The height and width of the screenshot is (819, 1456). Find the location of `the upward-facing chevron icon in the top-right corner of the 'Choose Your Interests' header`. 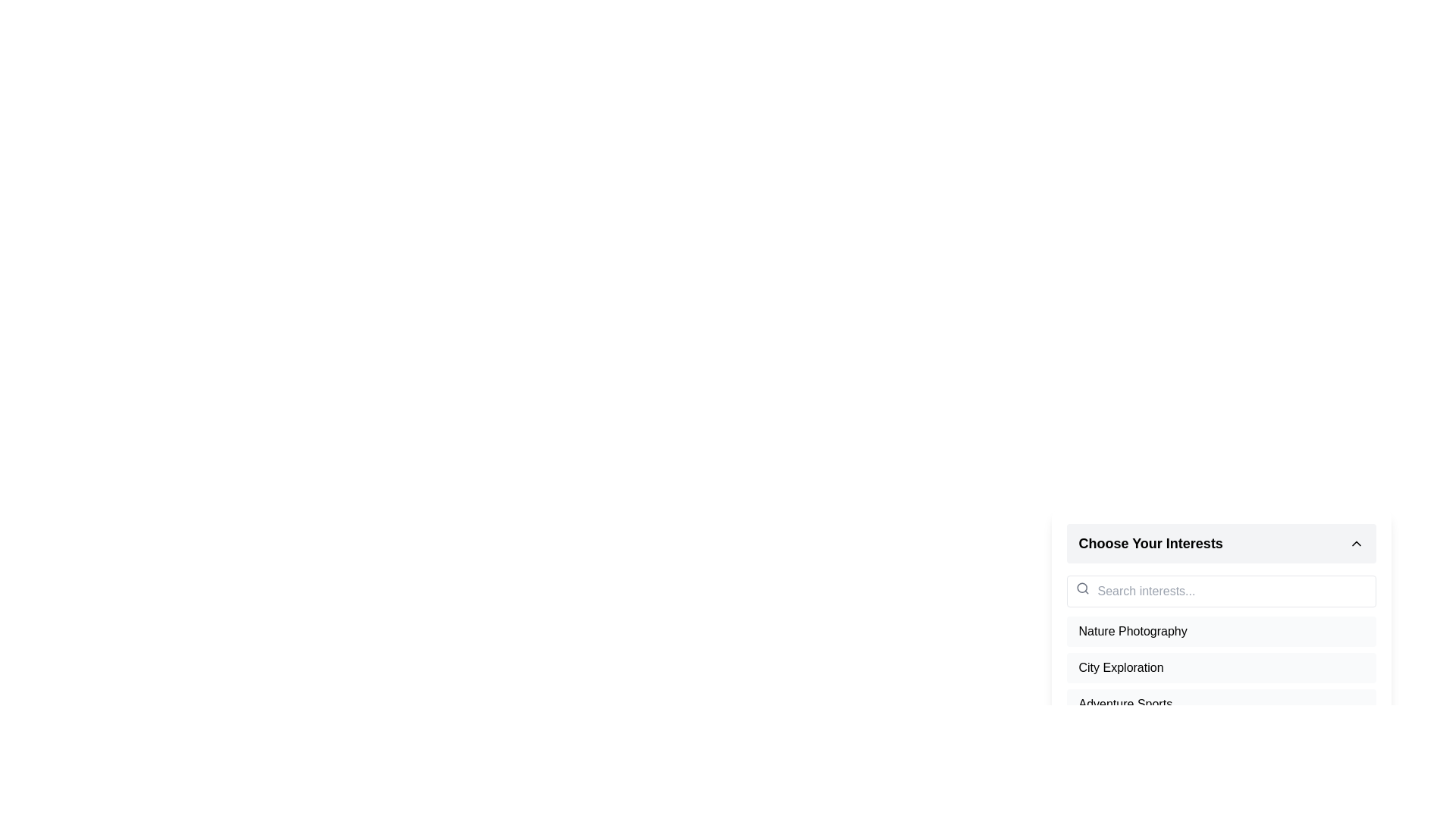

the upward-facing chevron icon in the top-right corner of the 'Choose Your Interests' header is located at coordinates (1356, 543).